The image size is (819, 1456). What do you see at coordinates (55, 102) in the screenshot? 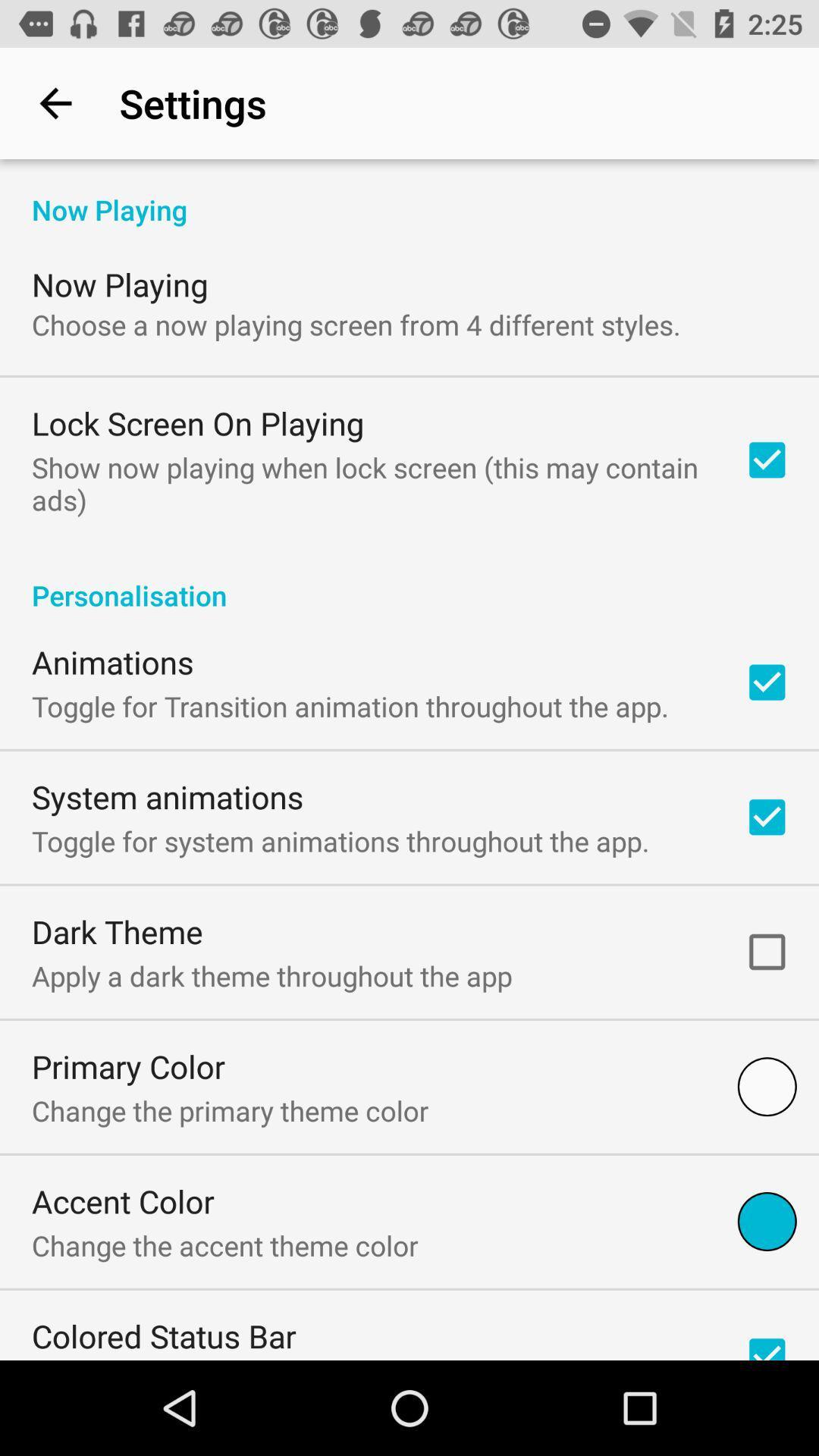
I see `icon above now playing item` at bounding box center [55, 102].